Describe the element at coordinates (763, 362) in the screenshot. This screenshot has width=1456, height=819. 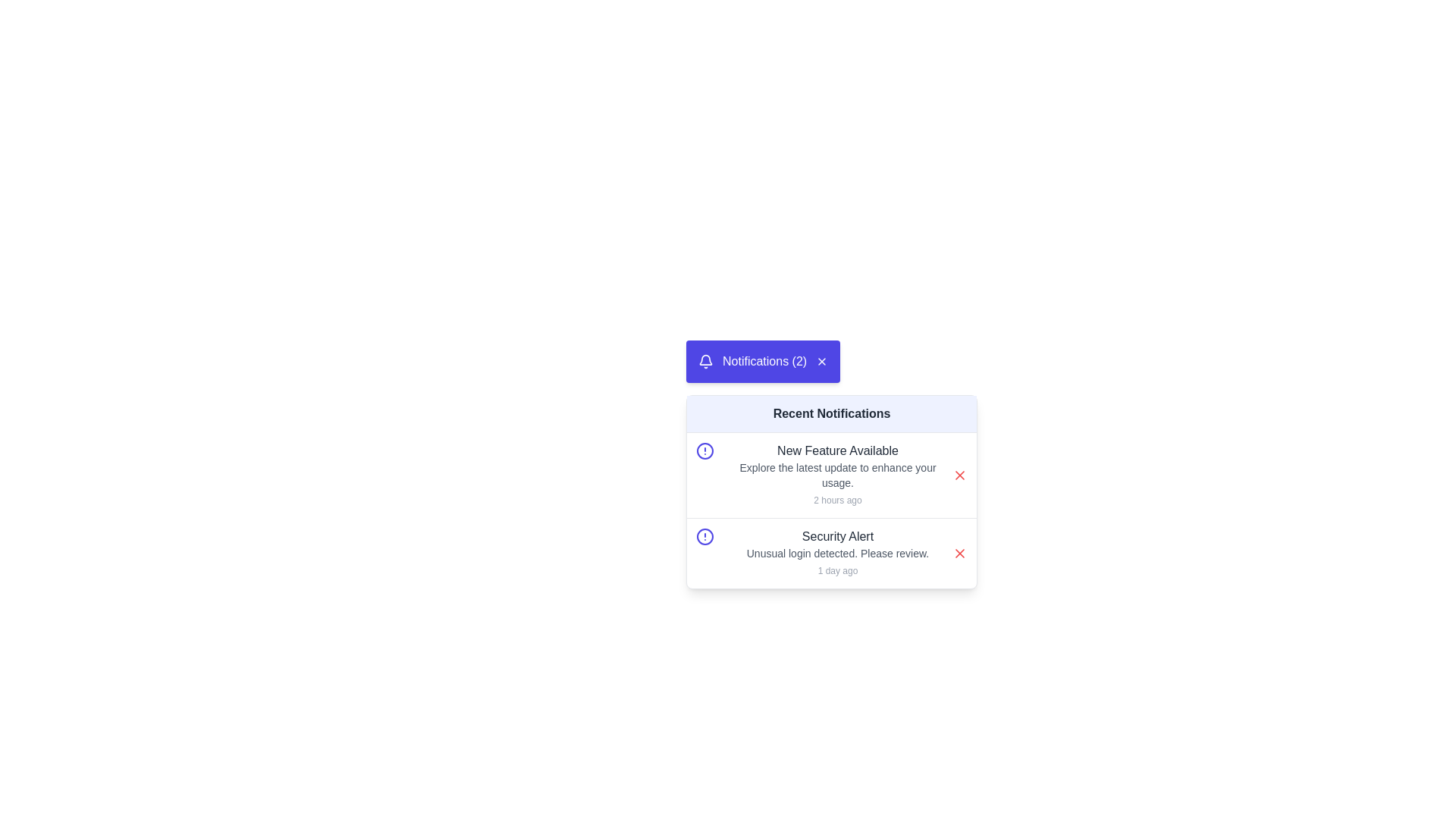
I see `the notification panel header to receive additional UI feedback regarding notifications and the close button` at that location.